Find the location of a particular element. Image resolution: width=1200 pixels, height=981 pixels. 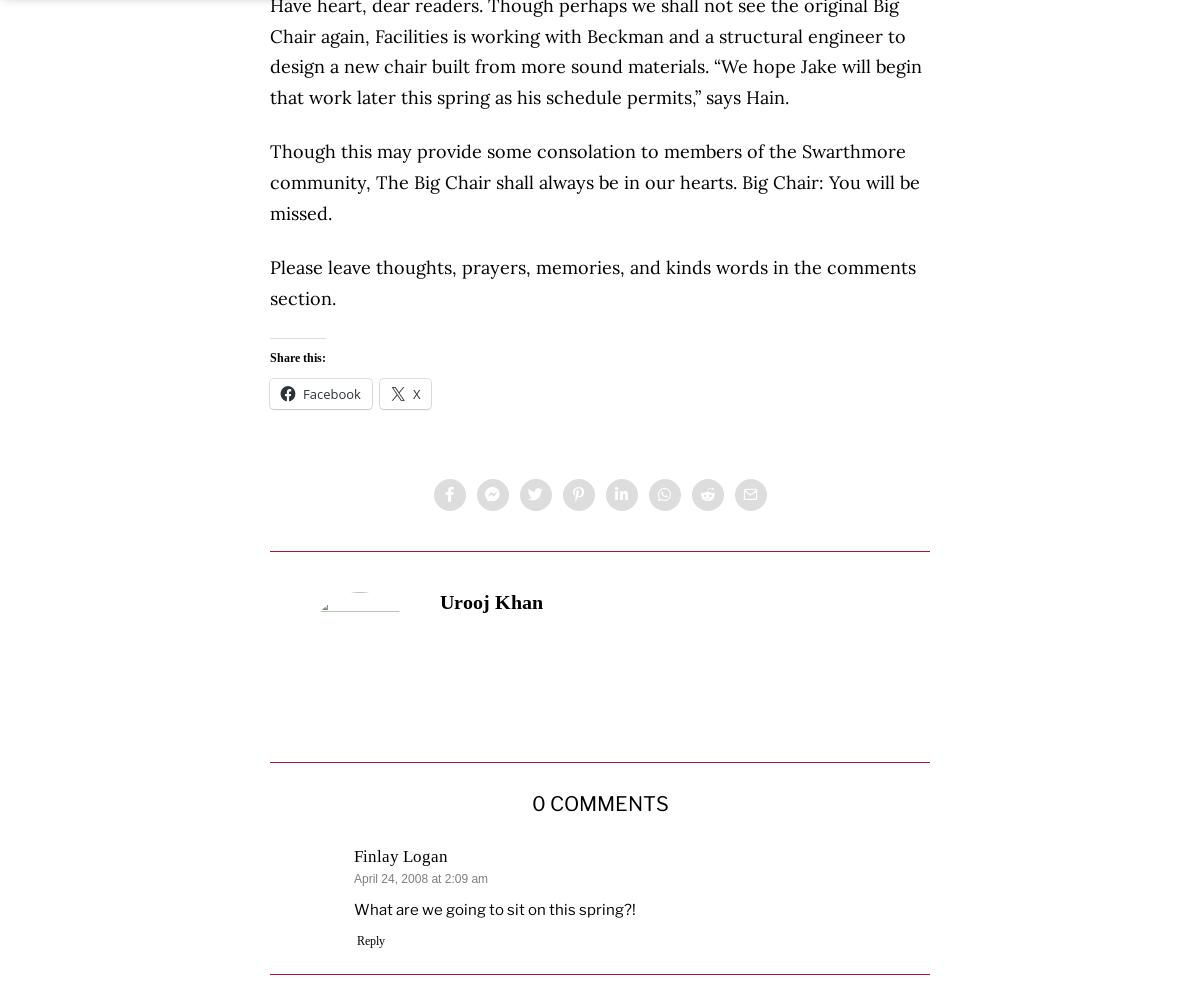

'Finlay Logan' is located at coordinates (401, 855).